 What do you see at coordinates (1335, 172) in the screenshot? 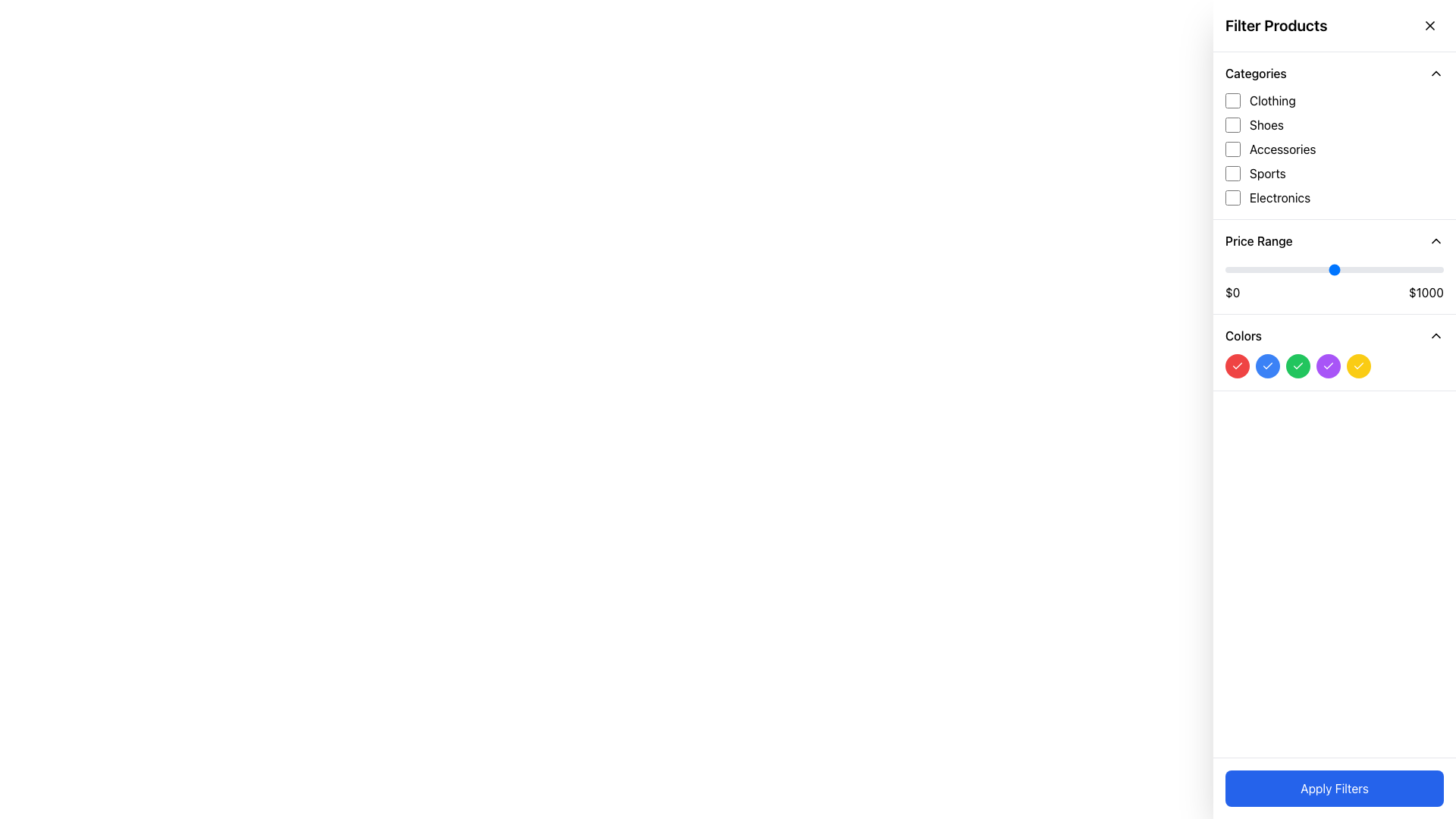
I see `the checkbox labeled 'Sports'` at bounding box center [1335, 172].